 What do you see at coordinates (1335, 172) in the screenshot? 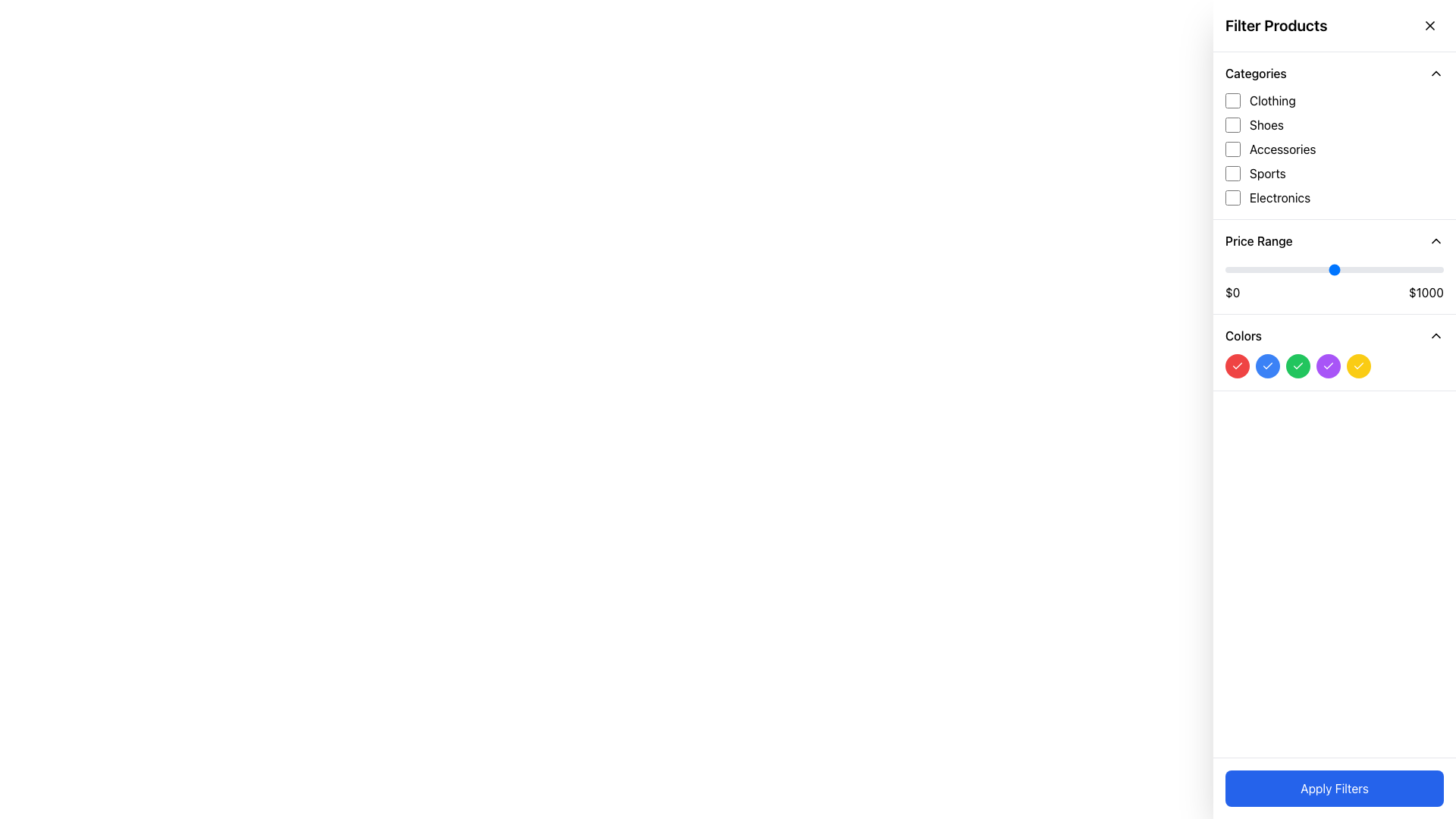
I see `the checkbox labeled 'Sports'` at bounding box center [1335, 172].